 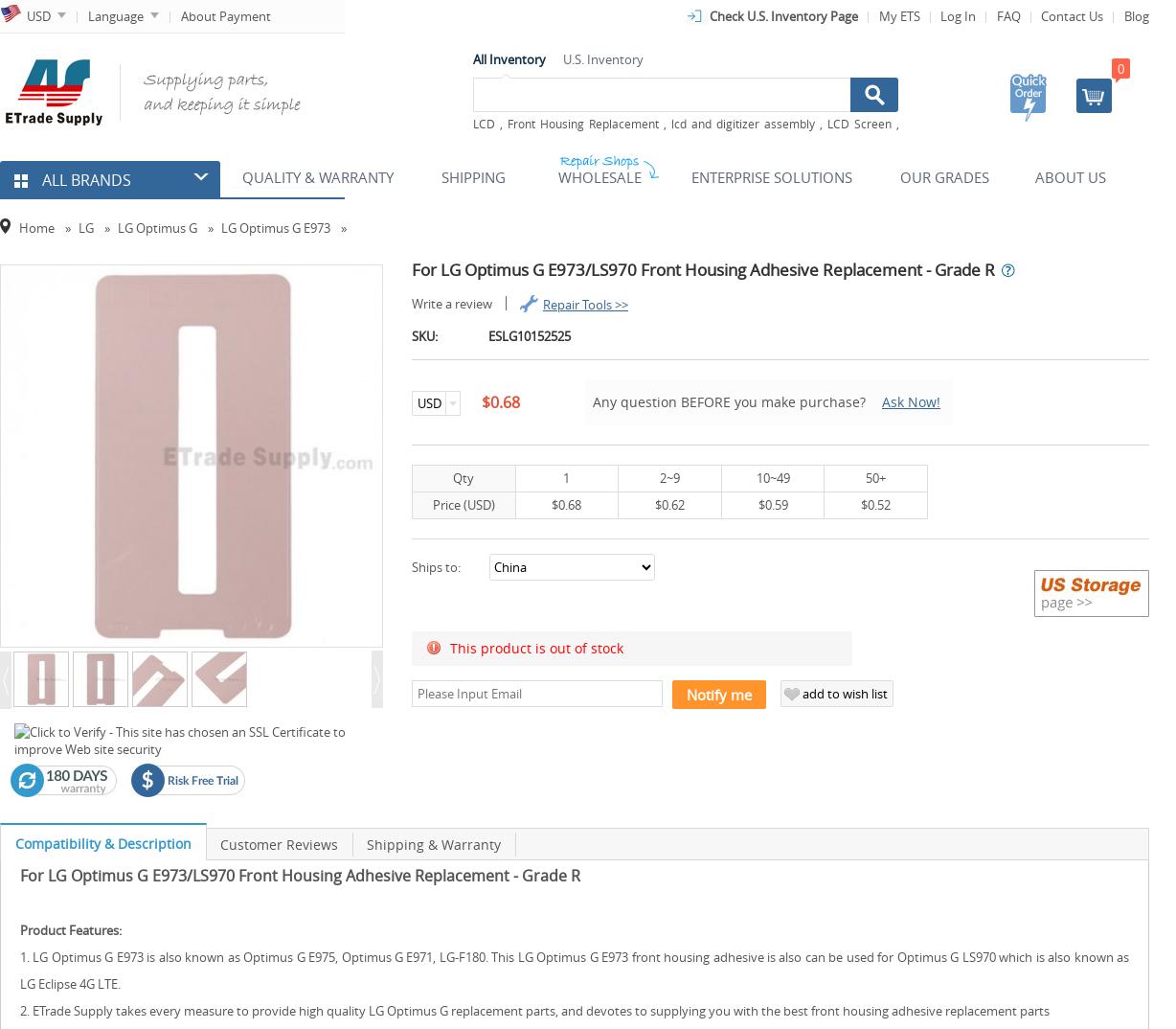 I want to click on 'For LG Optimus G E973/LS970 Front Housing Adhesive Replacement - Grade R', so click(x=300, y=874).